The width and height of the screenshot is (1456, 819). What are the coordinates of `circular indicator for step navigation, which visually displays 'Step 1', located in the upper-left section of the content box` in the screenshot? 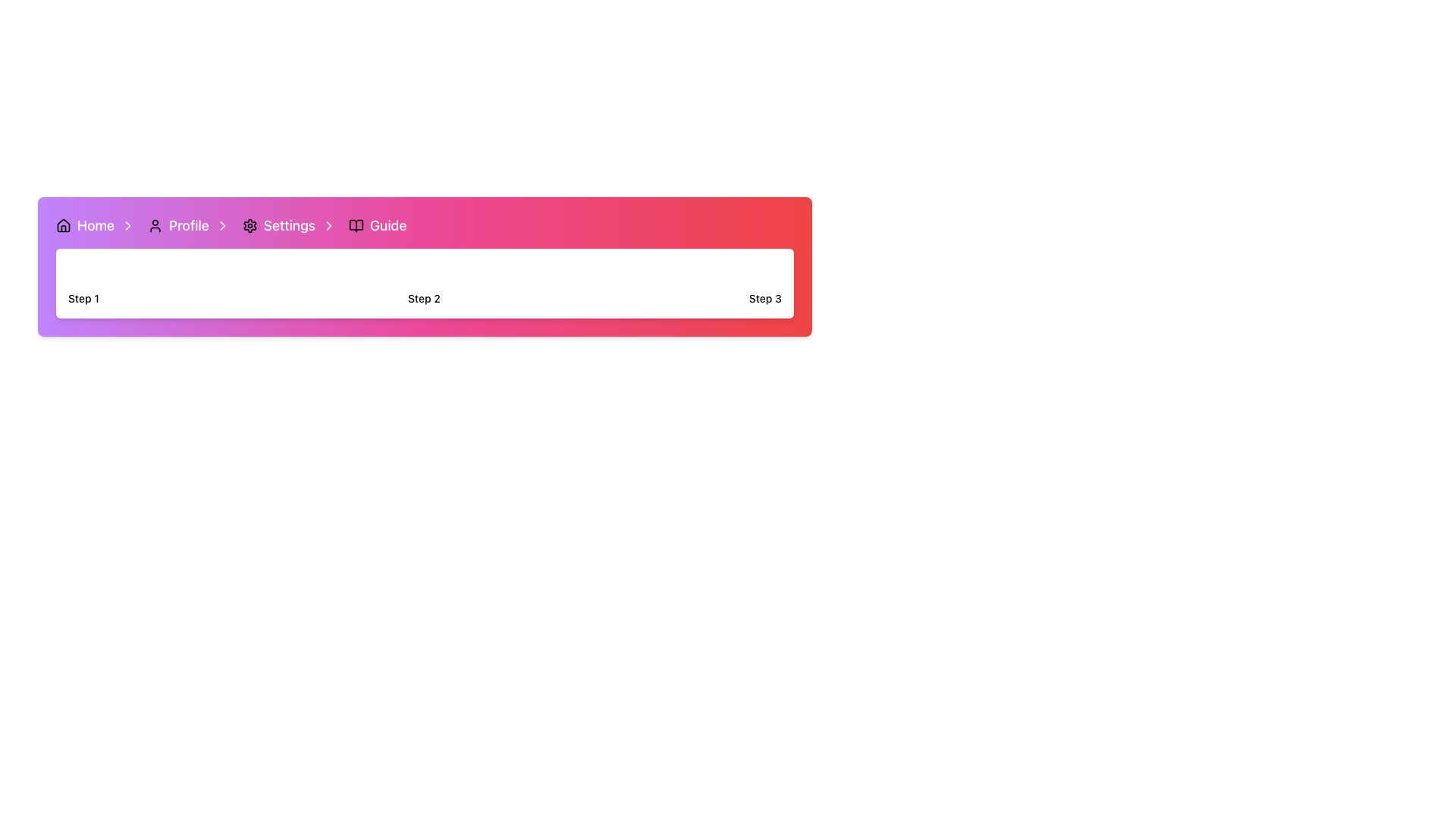 It's located at (83, 271).